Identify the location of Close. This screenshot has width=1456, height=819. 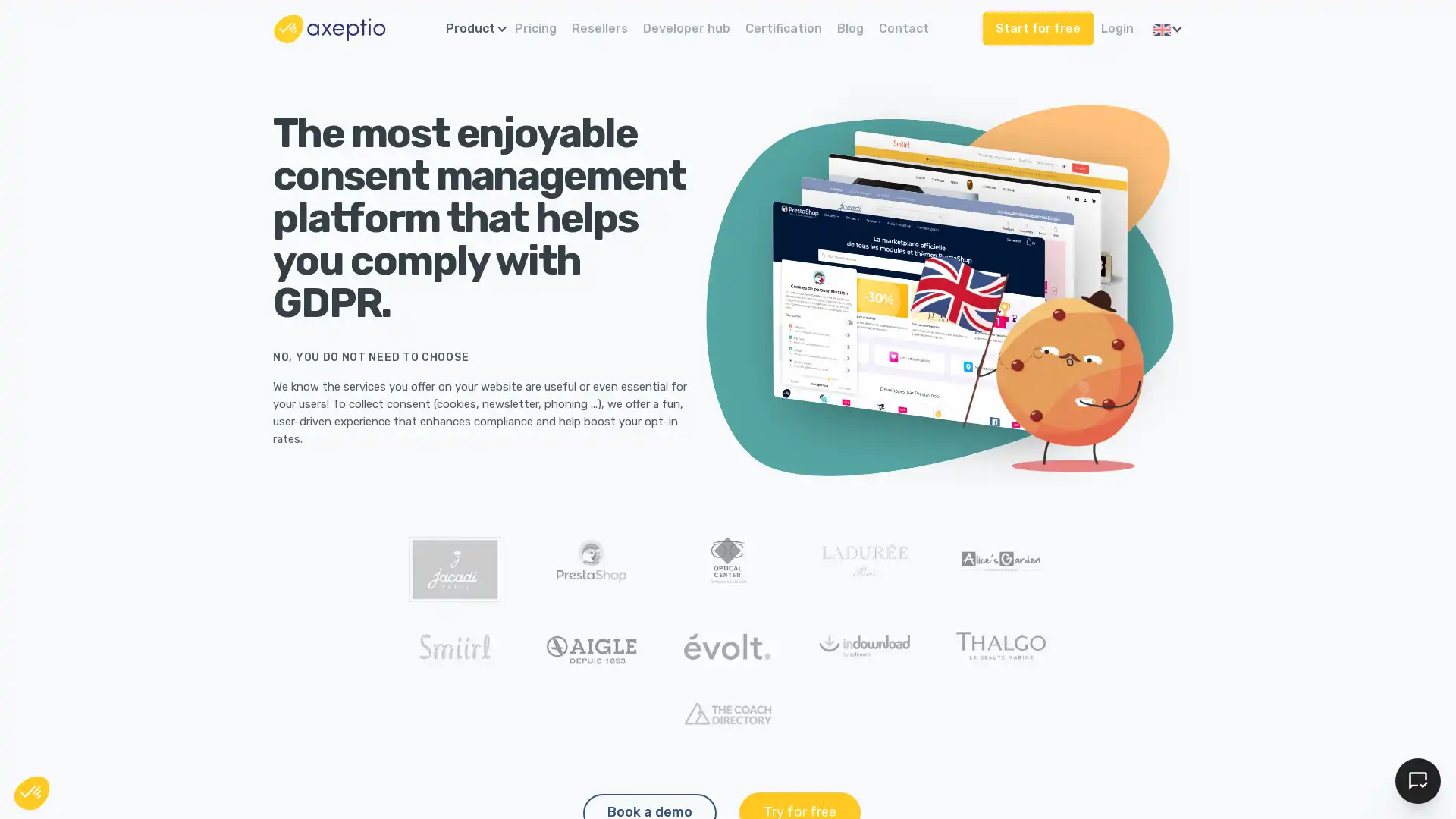
(32, 792).